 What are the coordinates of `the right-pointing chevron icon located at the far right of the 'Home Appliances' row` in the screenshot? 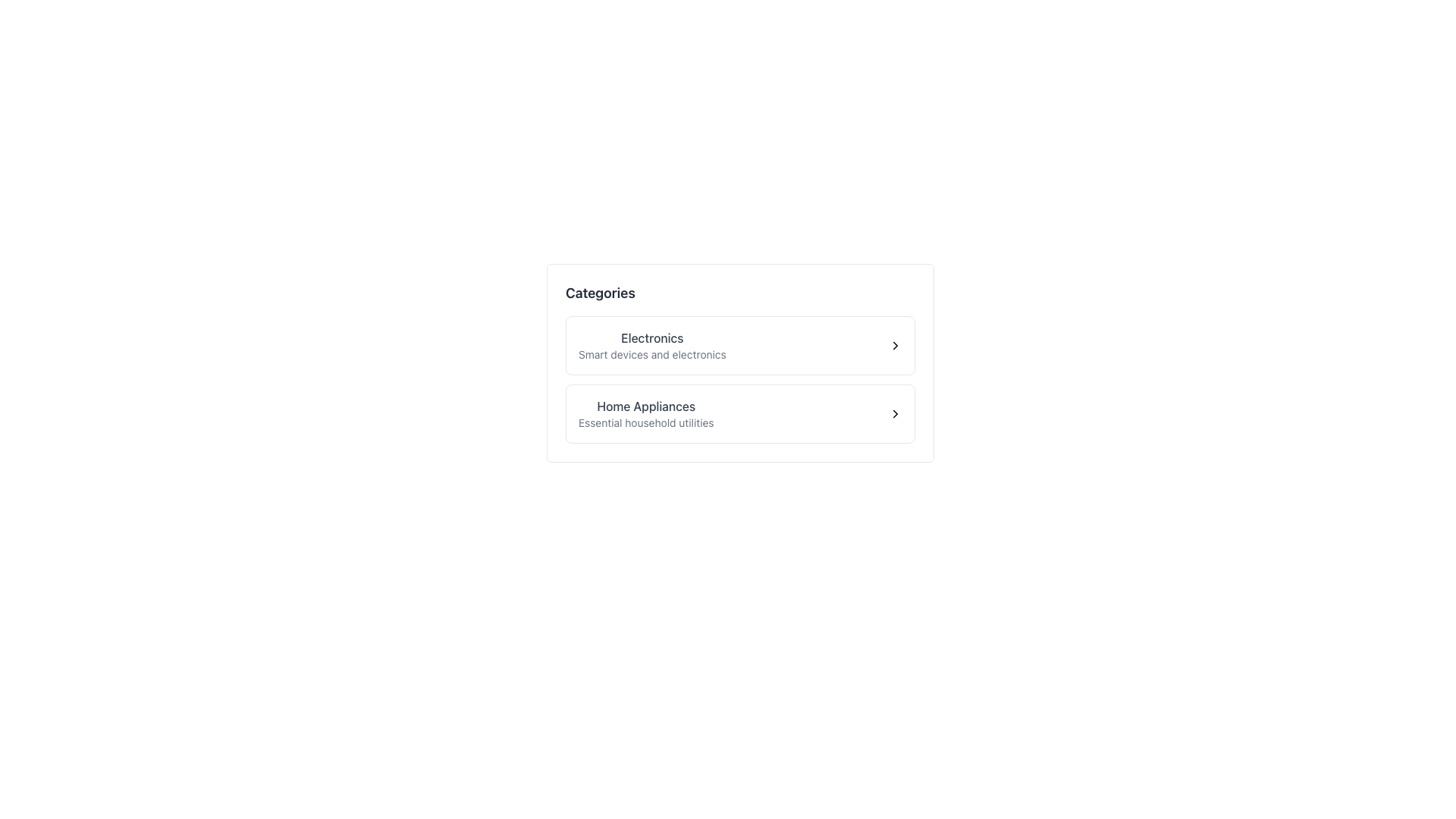 It's located at (895, 414).